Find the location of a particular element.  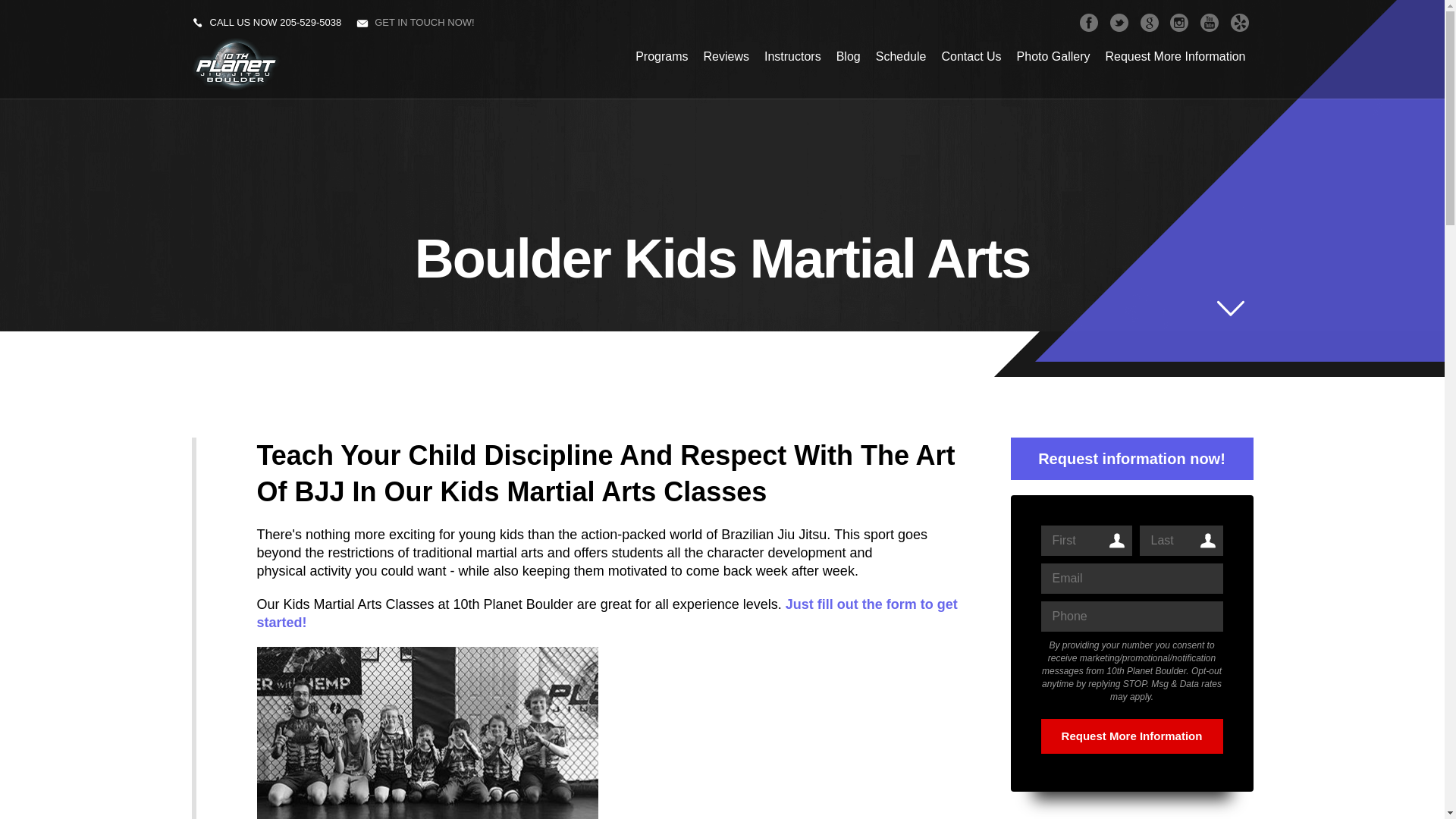

'YELP' is located at coordinates (1238, 23).